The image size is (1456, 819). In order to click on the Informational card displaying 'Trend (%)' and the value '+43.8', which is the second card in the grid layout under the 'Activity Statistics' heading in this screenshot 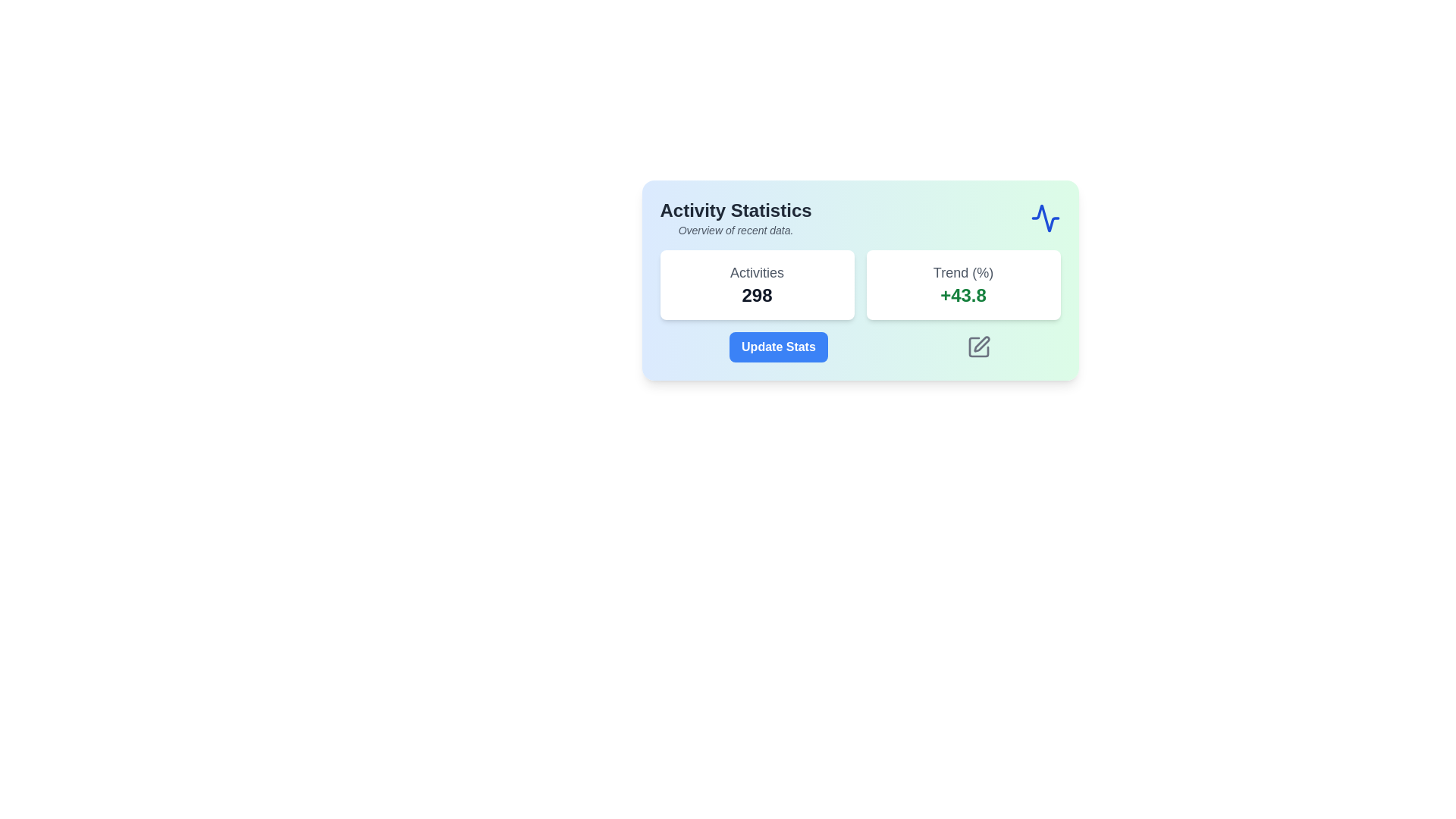, I will do `click(962, 284)`.